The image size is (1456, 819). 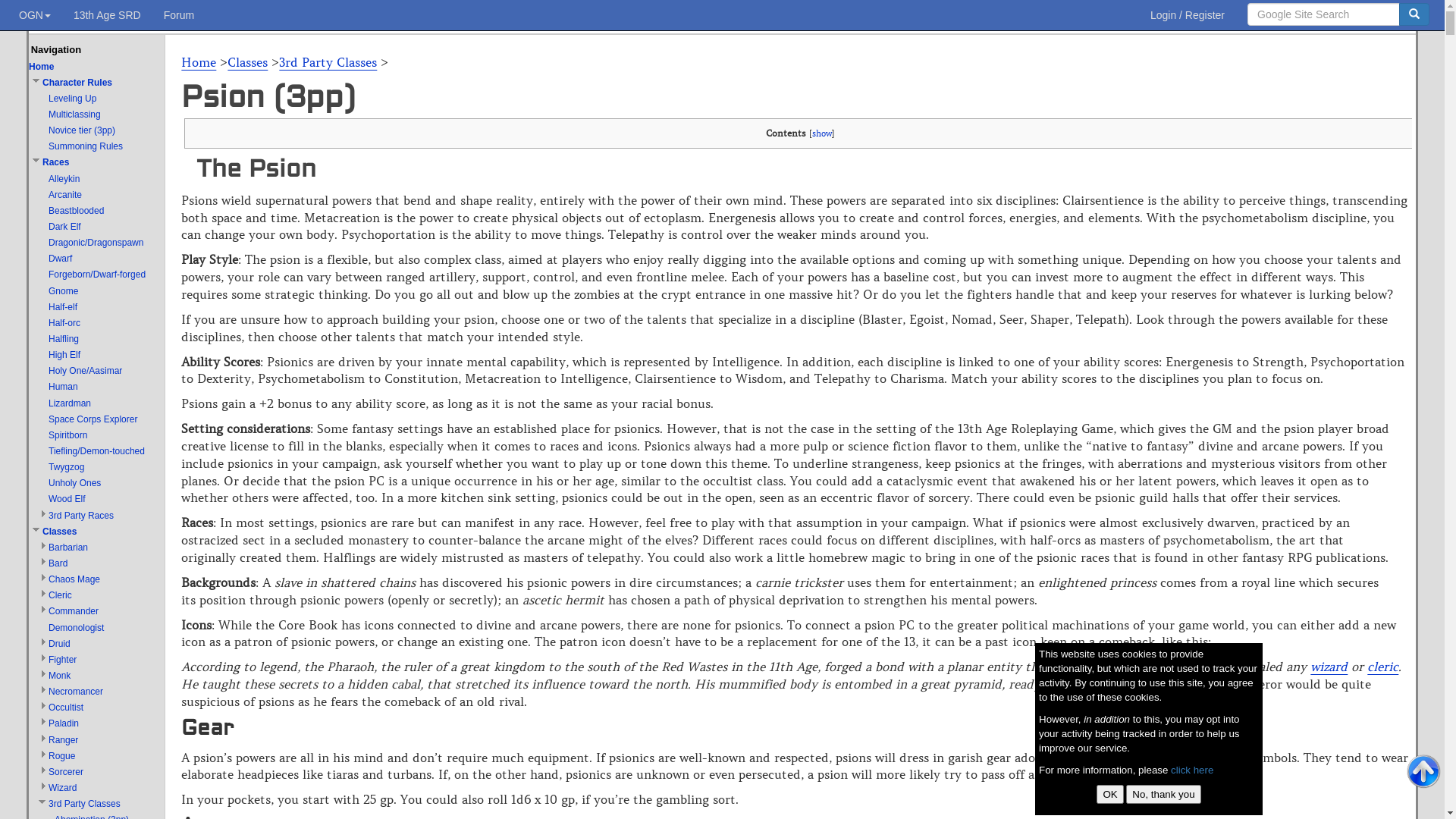 What do you see at coordinates (59, 675) in the screenshot?
I see `'Monk'` at bounding box center [59, 675].